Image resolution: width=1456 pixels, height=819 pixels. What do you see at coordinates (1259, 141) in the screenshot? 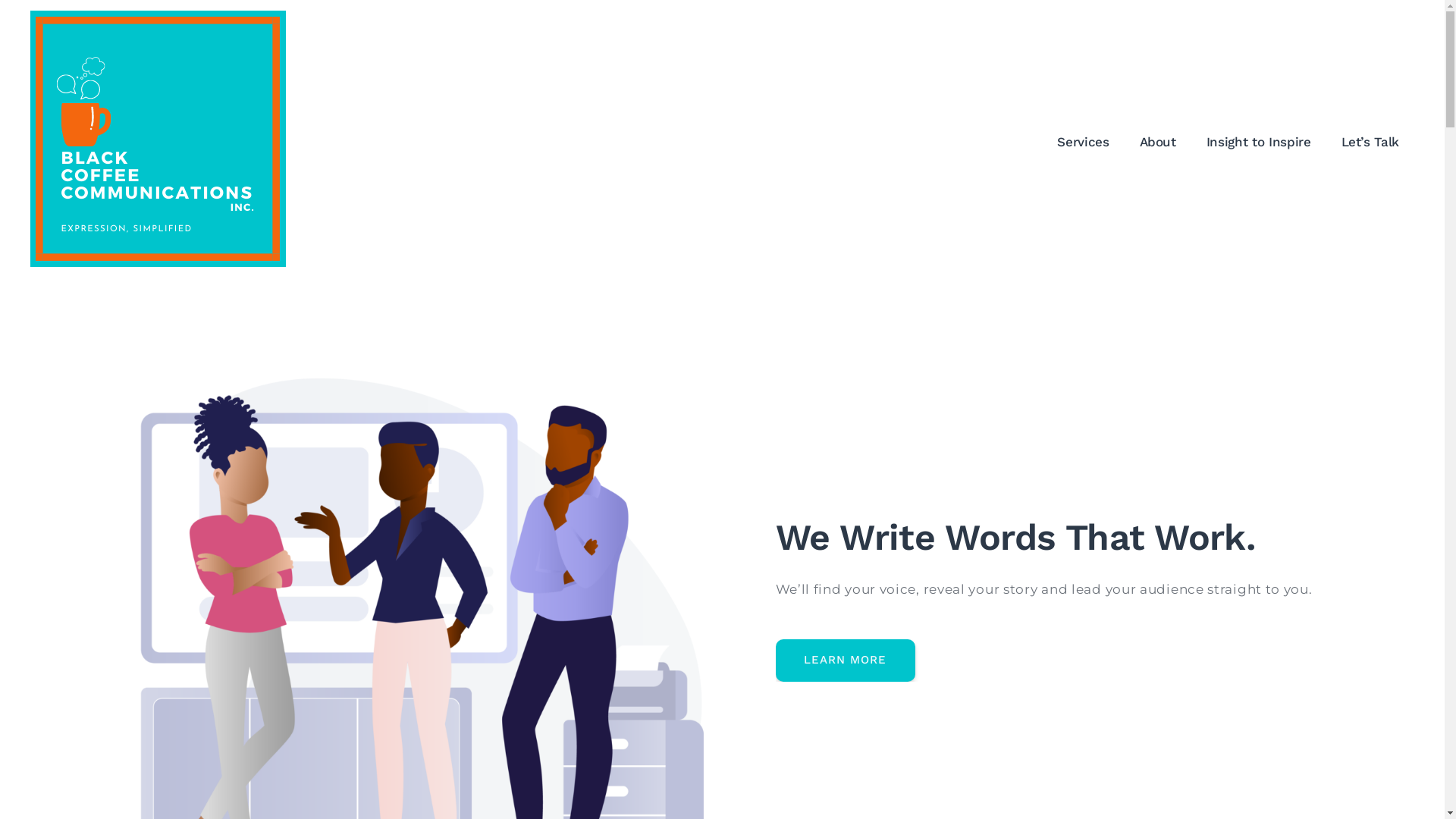
I see `'Insight to Inspire'` at bounding box center [1259, 141].